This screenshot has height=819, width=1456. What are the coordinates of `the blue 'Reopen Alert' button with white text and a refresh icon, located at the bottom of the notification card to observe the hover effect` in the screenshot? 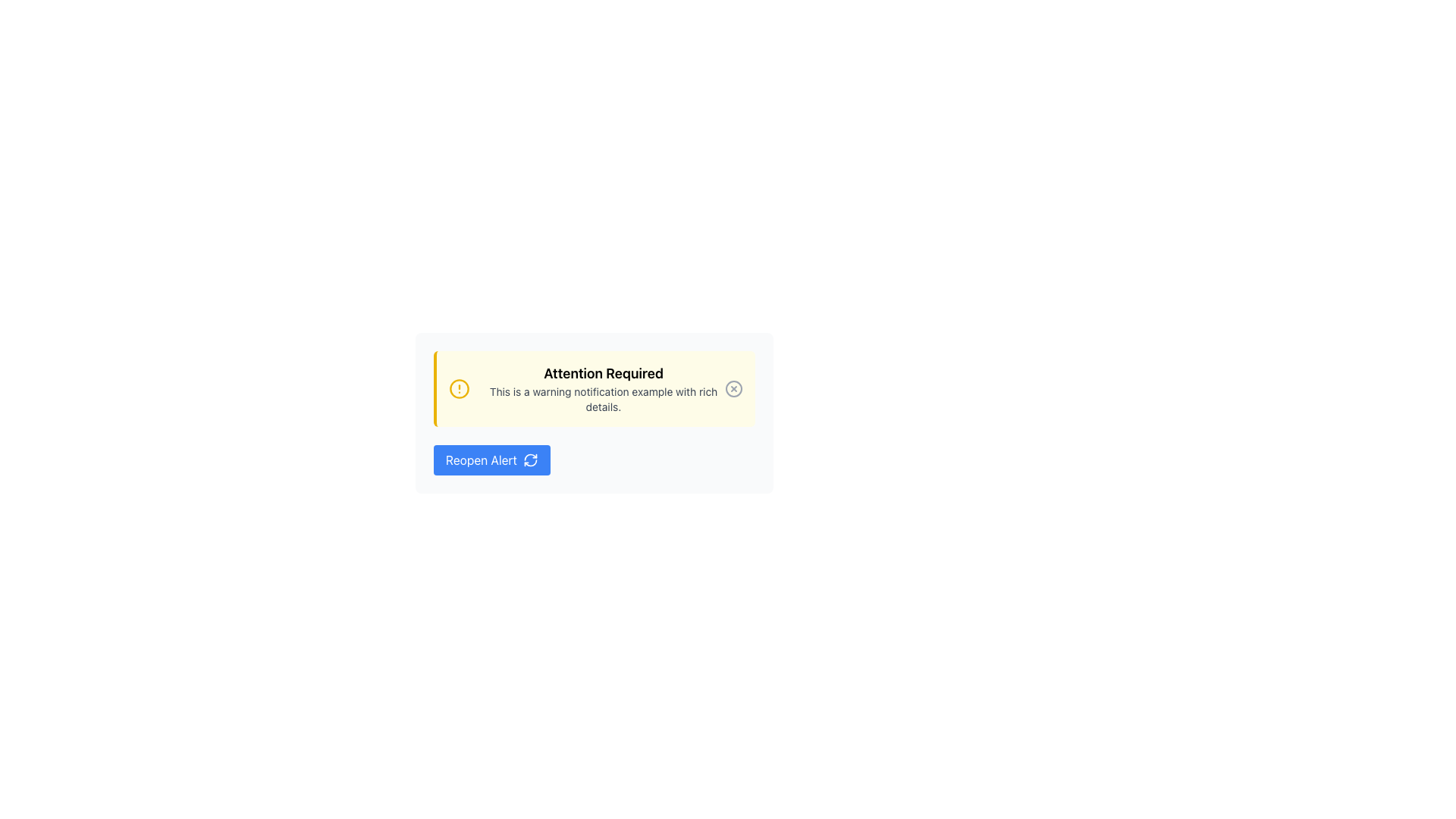 It's located at (491, 459).